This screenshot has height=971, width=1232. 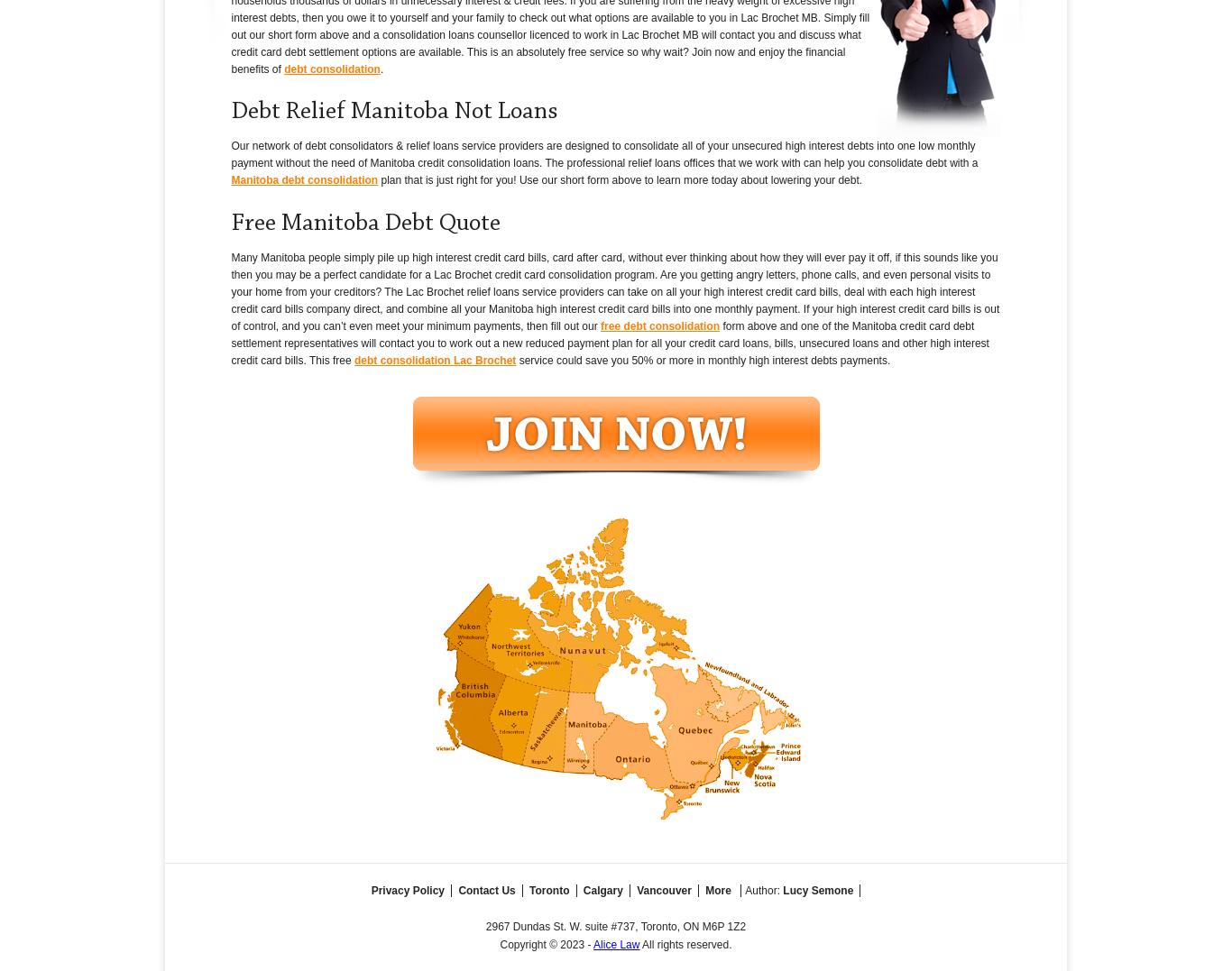 What do you see at coordinates (600, 325) in the screenshot?
I see `'free debt consolidation'` at bounding box center [600, 325].